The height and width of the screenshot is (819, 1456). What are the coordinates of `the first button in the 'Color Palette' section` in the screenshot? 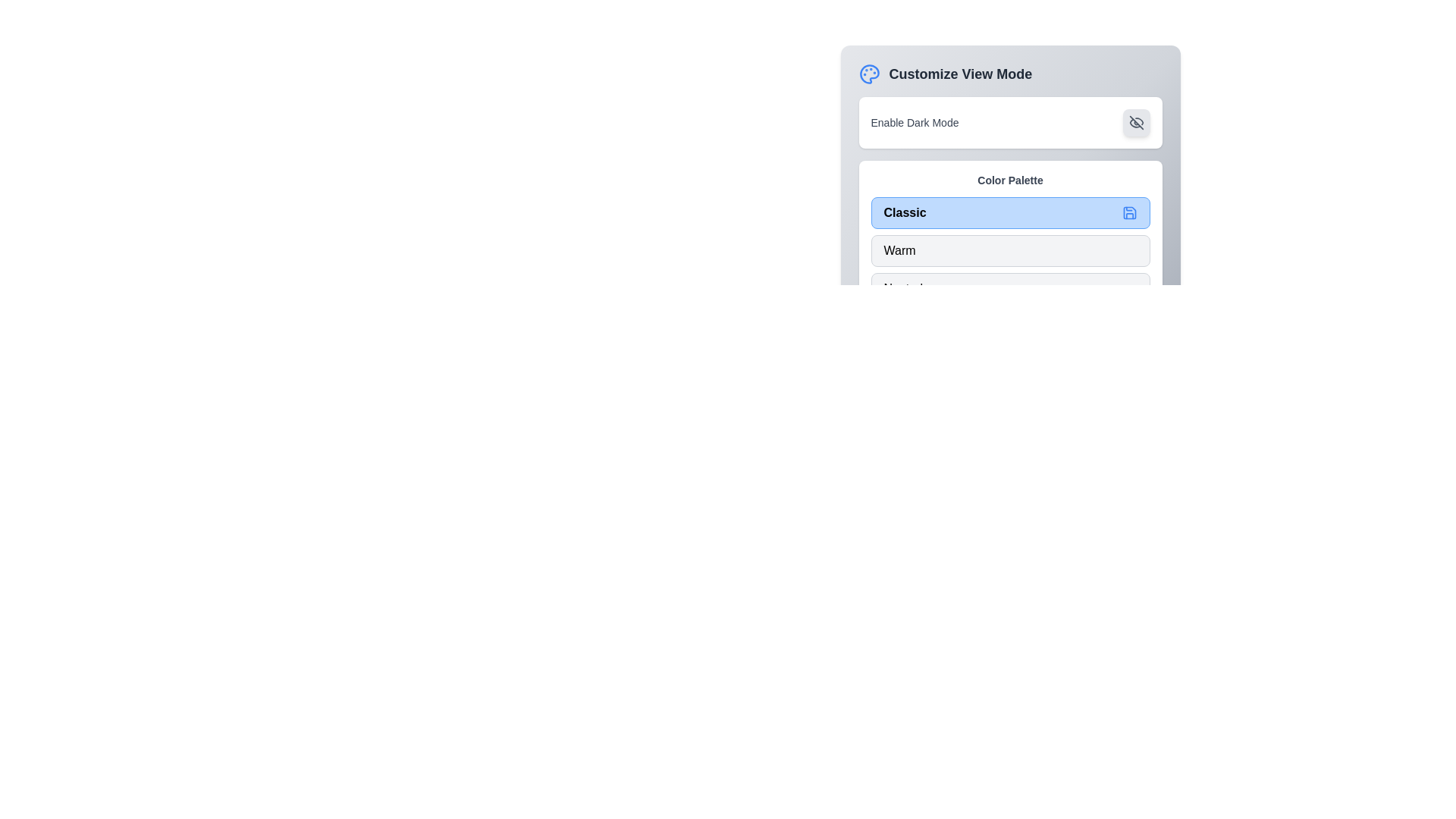 It's located at (1010, 213).